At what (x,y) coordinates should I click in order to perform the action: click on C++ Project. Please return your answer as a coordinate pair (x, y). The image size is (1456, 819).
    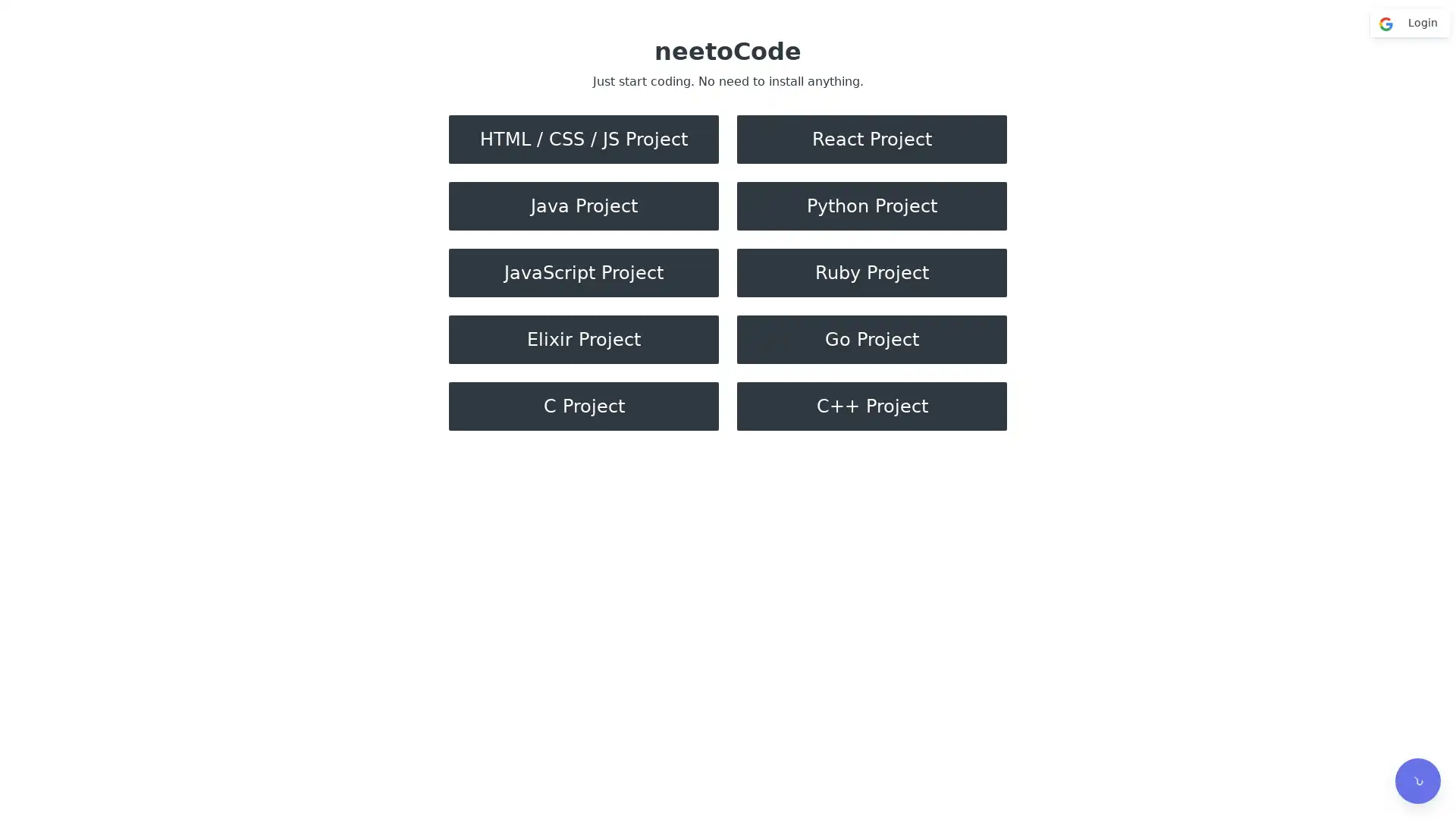
    Looking at the image, I should click on (872, 406).